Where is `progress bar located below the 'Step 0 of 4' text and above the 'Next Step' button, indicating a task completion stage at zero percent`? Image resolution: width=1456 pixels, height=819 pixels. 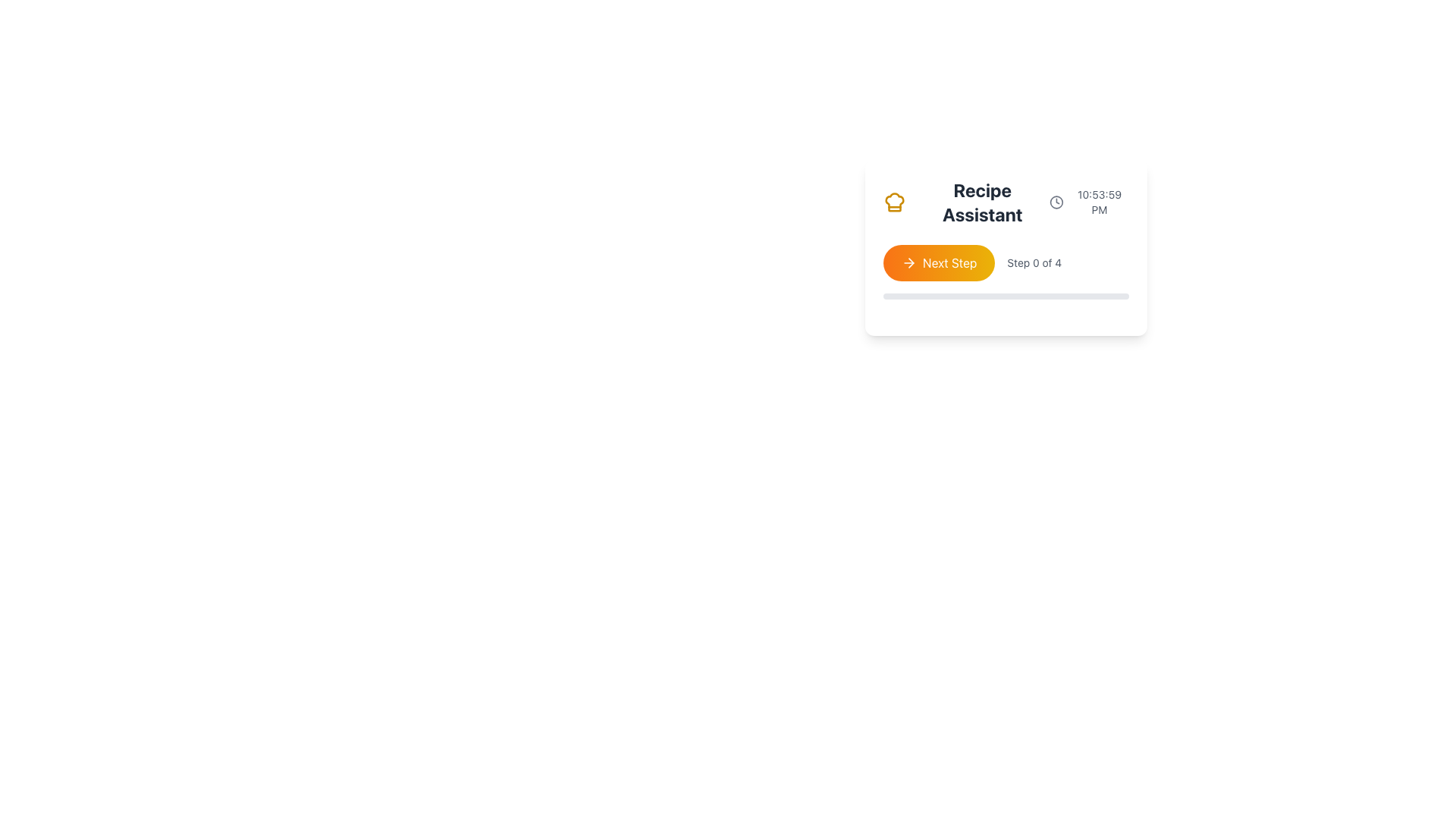
progress bar located below the 'Step 0 of 4' text and above the 'Next Step' button, indicating a task completion stage at zero percent is located at coordinates (1006, 296).